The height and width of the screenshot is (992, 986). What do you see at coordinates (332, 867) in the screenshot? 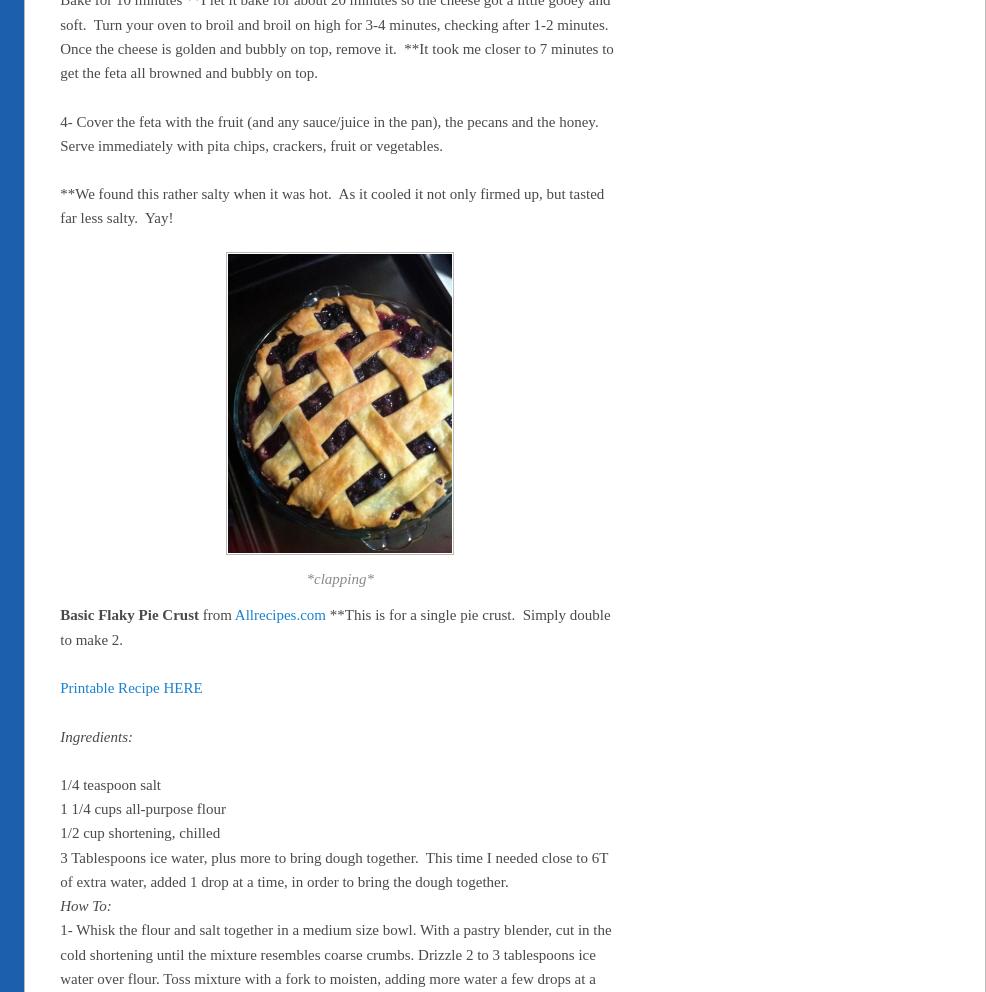
I see `'3 Tablespoons ice water, plus more to bring dough together.  This time I needed close to 6T of extra water, added 1 drop at a time, in order to bring the dough together.'` at bounding box center [332, 867].